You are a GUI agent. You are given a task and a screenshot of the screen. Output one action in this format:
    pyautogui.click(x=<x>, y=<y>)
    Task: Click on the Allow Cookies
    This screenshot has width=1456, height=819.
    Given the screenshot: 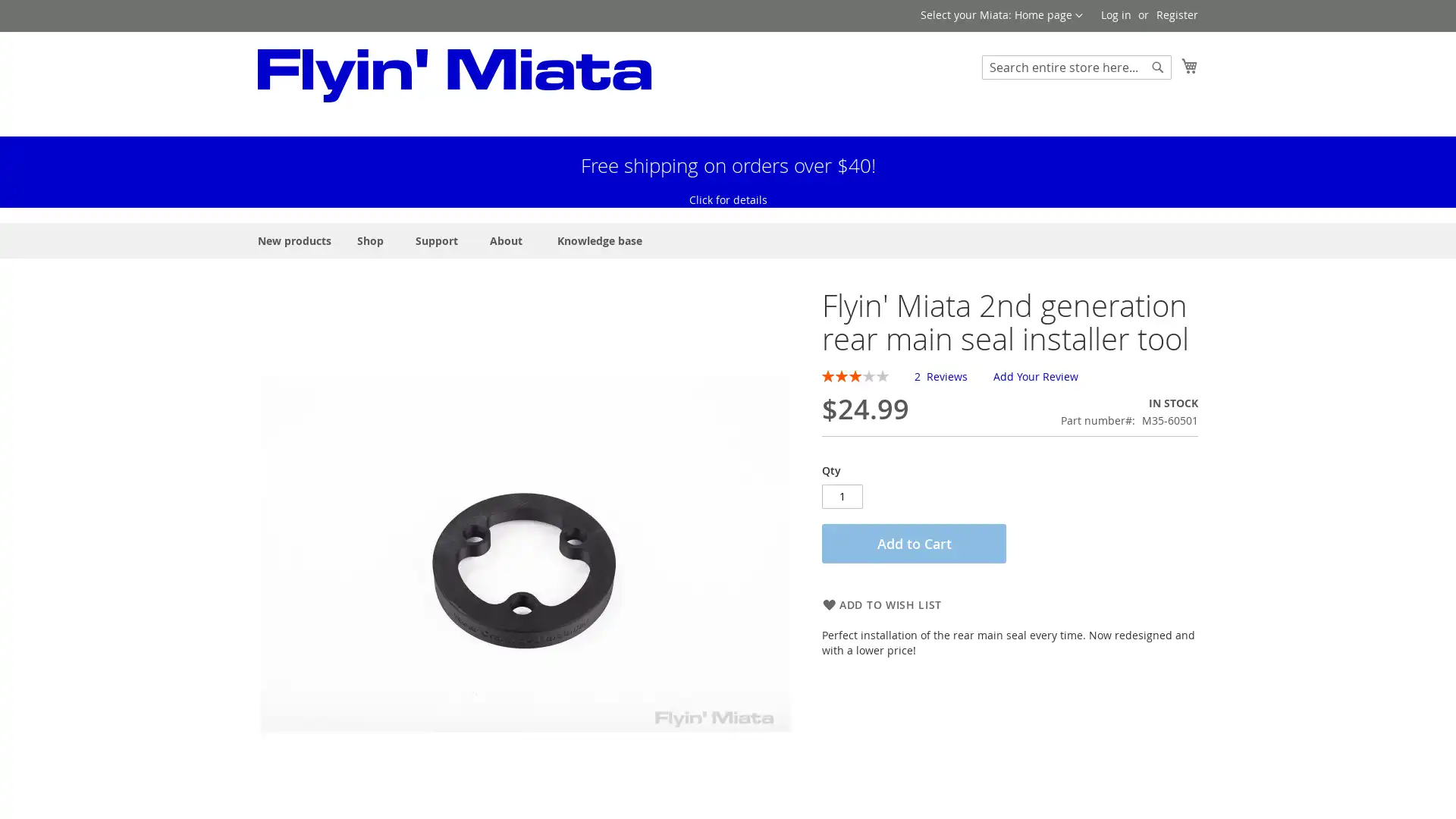 What is the action you would take?
    pyautogui.click(x=66, y=797)
    